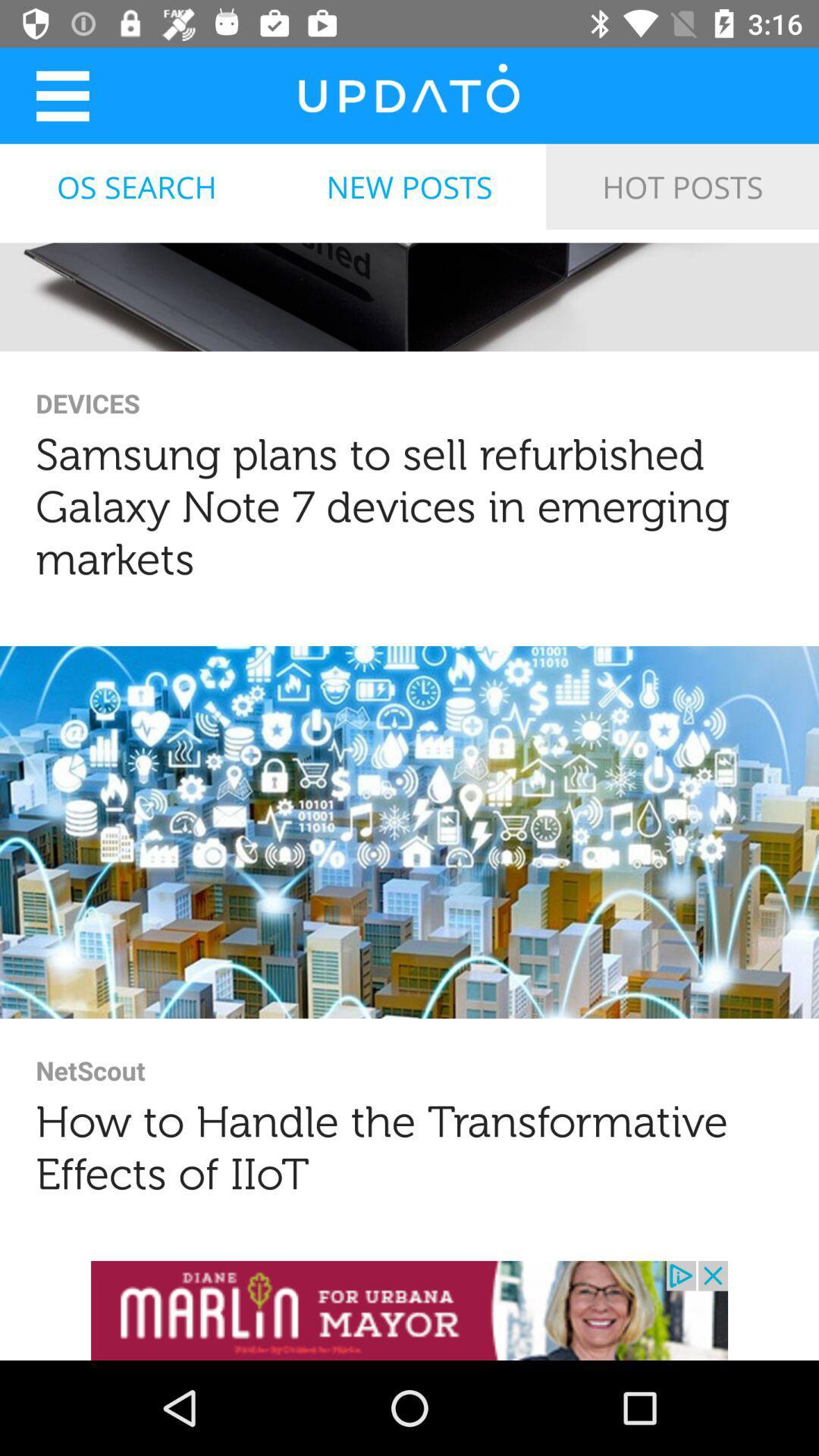  Describe the element at coordinates (408, 94) in the screenshot. I see `homepage` at that location.